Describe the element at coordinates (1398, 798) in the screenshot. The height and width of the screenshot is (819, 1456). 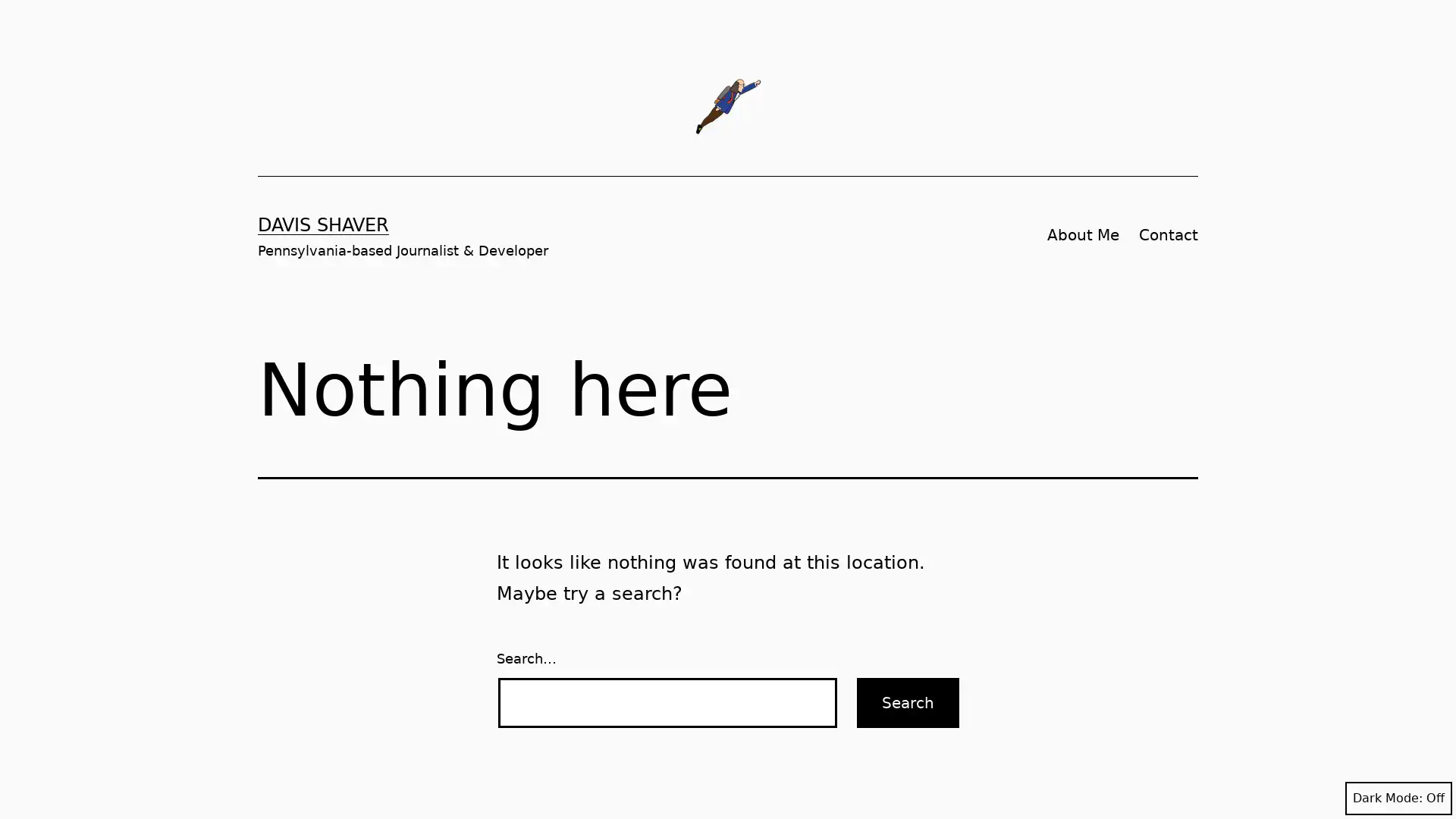
I see `Dark Mode:` at that location.